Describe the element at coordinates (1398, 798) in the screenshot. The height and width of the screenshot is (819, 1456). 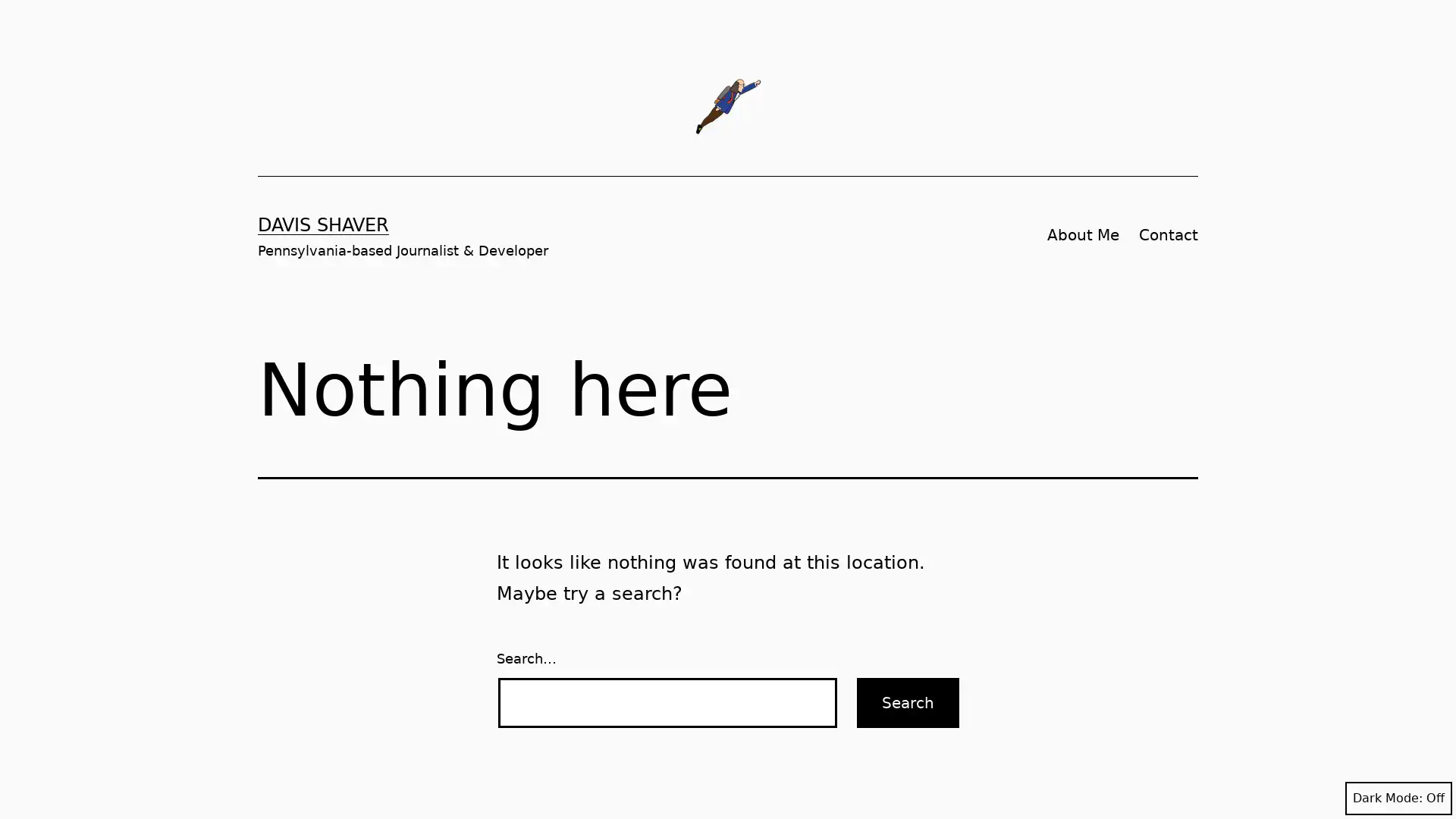
I see `Dark Mode:` at that location.